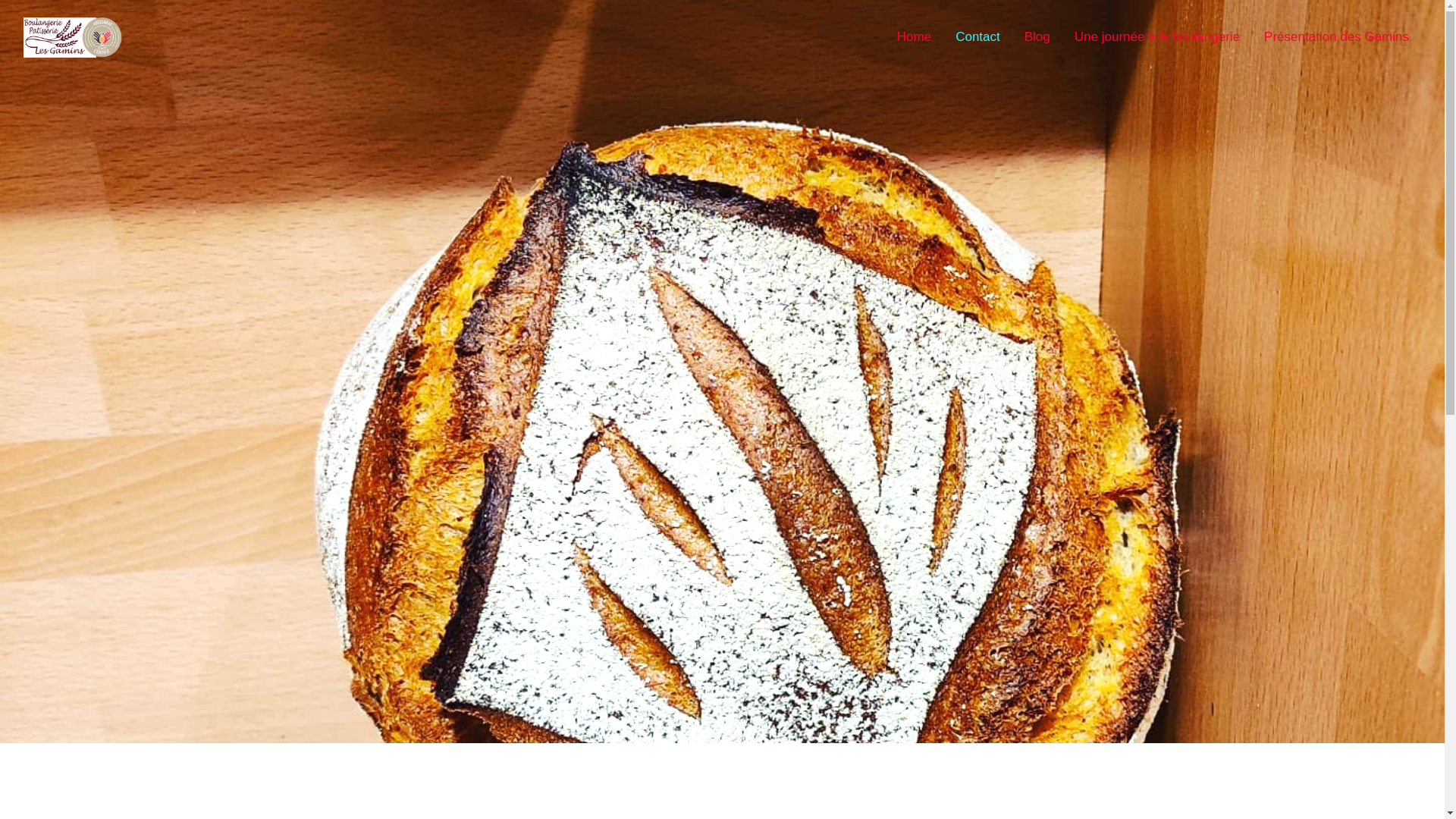 Image resolution: width=1456 pixels, height=819 pixels. What do you see at coordinates (977, 36) in the screenshot?
I see `'Contact'` at bounding box center [977, 36].